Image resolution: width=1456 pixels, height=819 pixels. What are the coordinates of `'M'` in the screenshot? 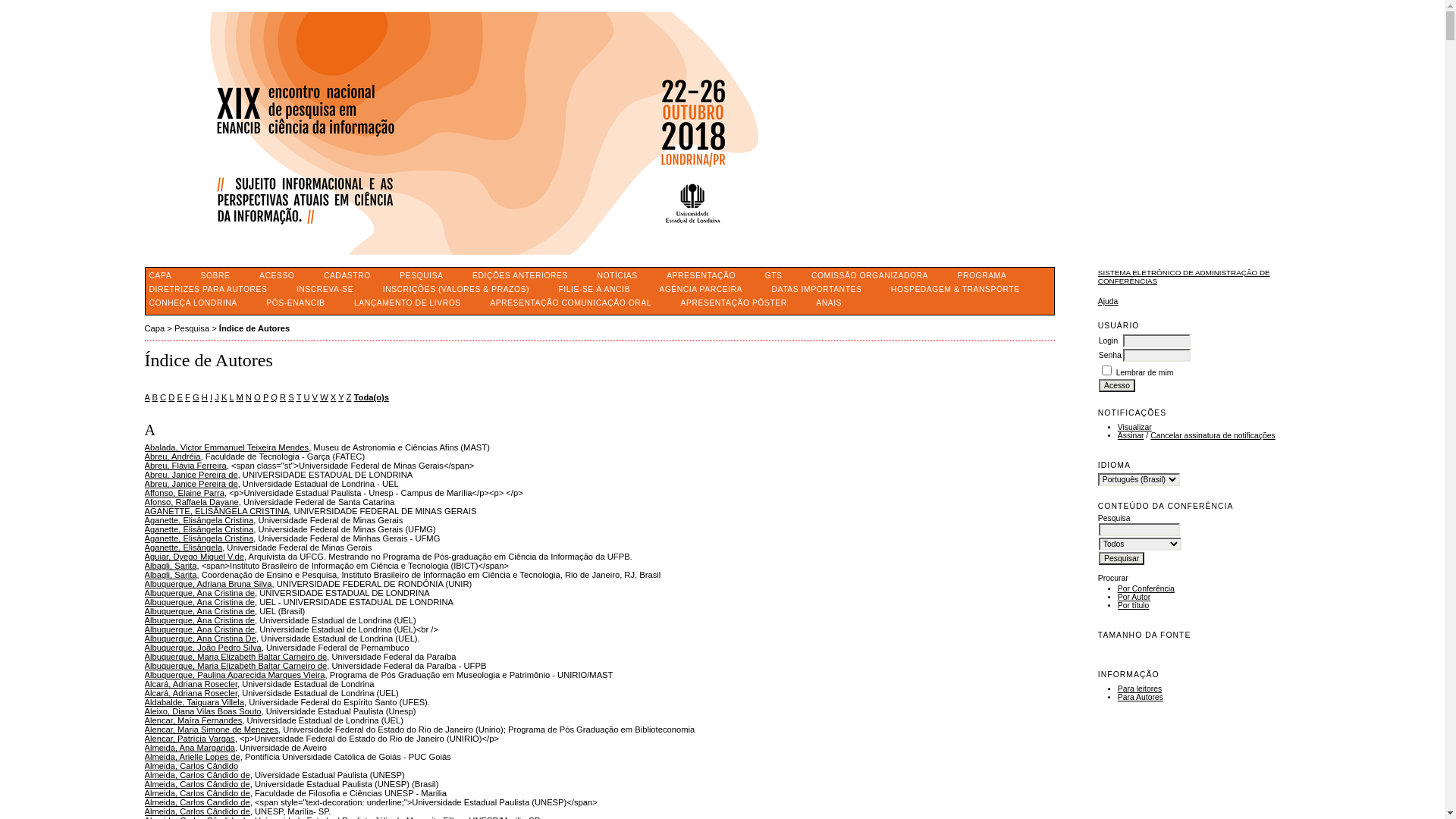 It's located at (238, 397).